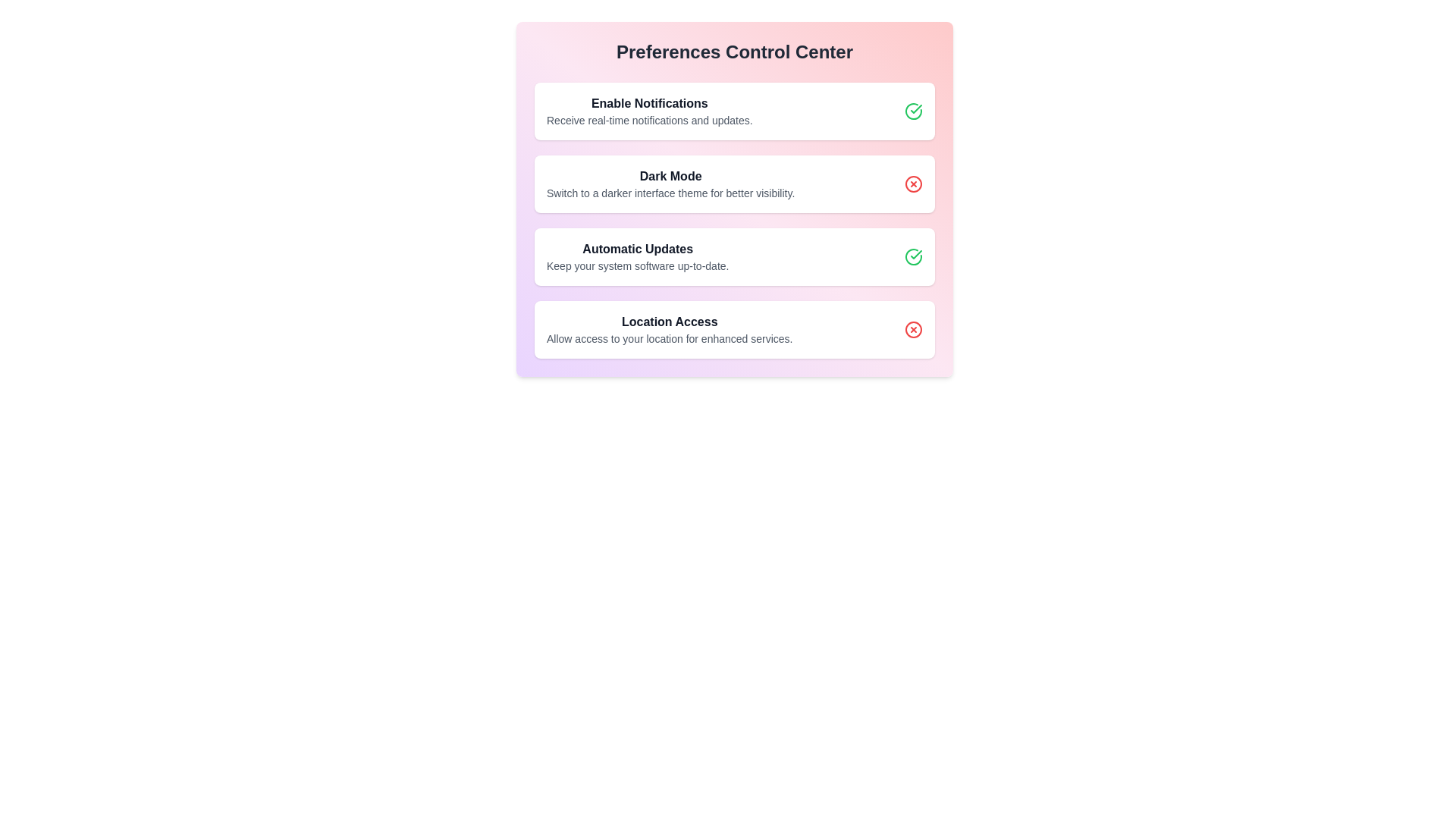  What do you see at coordinates (912, 110) in the screenshot?
I see `the icon at the right end of the first list item under 'Preferences Control Center'` at bounding box center [912, 110].